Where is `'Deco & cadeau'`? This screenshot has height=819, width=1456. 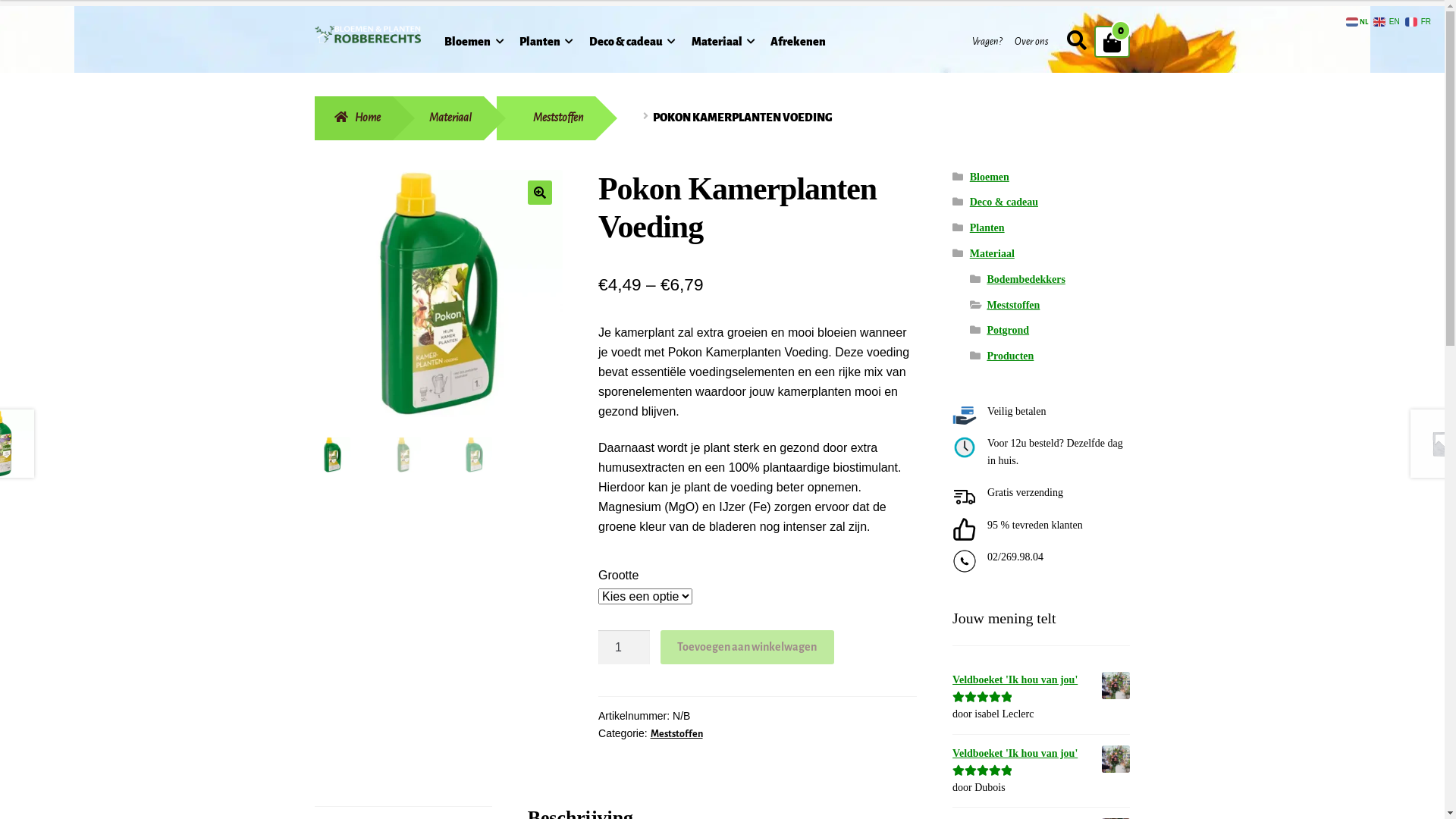
'Deco & cadeau' is located at coordinates (1004, 201).